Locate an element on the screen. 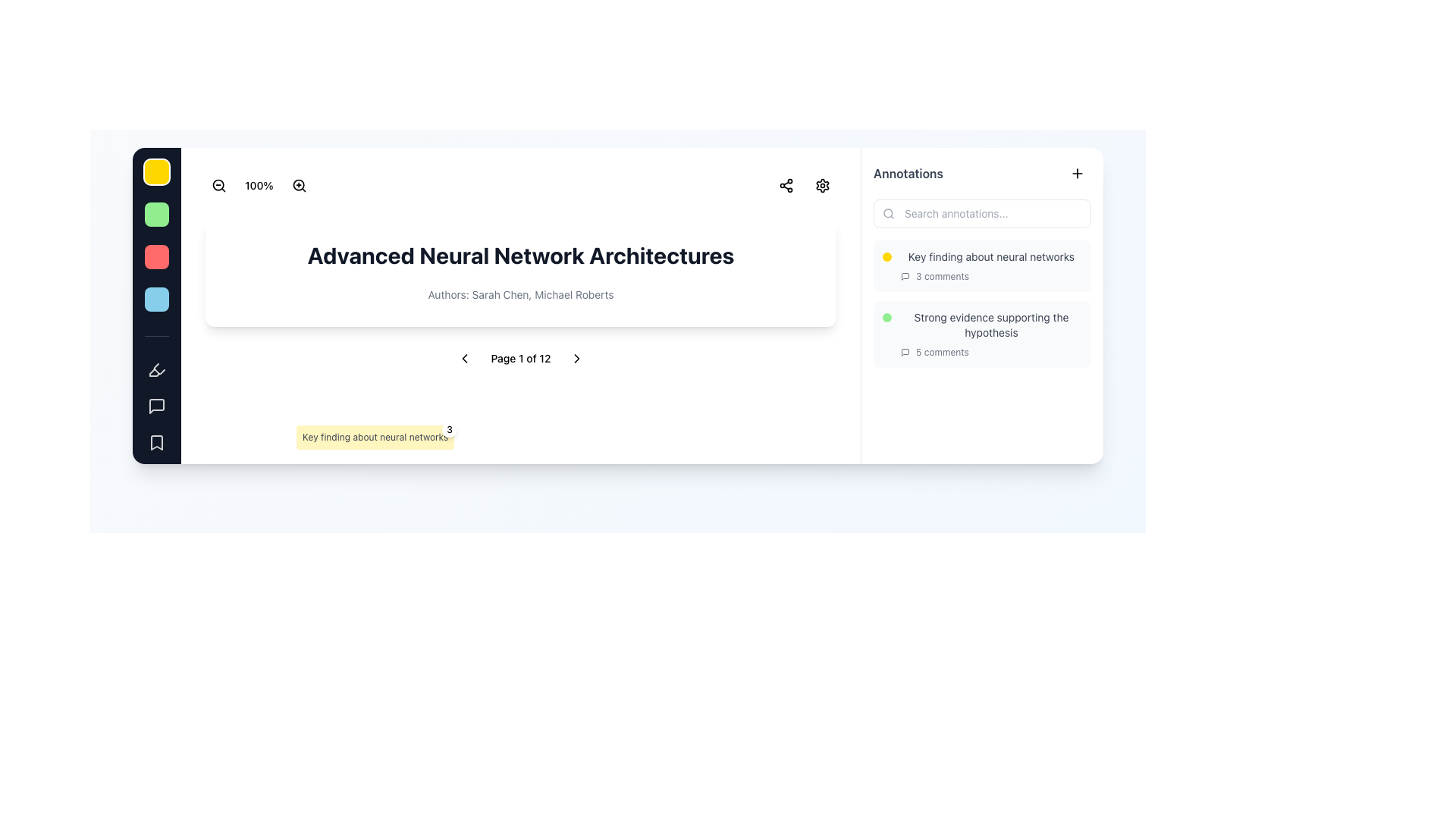  the small, square-shaped icon with rounded corners that resembles a chat or comment icon, located to the left of the text '3 comments' under the 'Annotations' section is located at coordinates (905, 277).